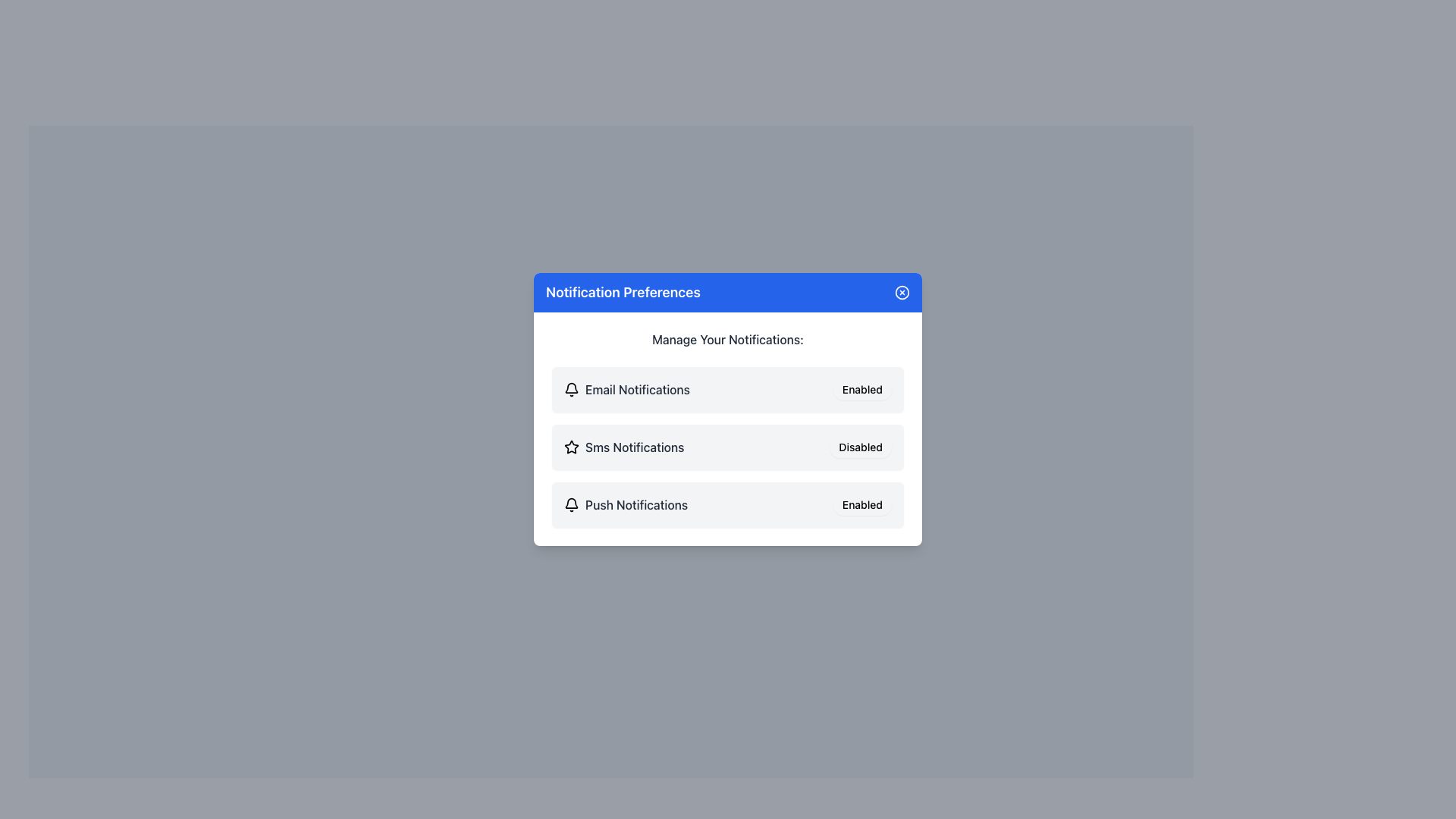  What do you see at coordinates (862, 505) in the screenshot?
I see `the 'Enabled' button, which is a rounded rectangular button indicating a toggled status in the 'Notification Preferences' dialog box, located on the right-hand side of the 'Push Notifications' section` at bounding box center [862, 505].